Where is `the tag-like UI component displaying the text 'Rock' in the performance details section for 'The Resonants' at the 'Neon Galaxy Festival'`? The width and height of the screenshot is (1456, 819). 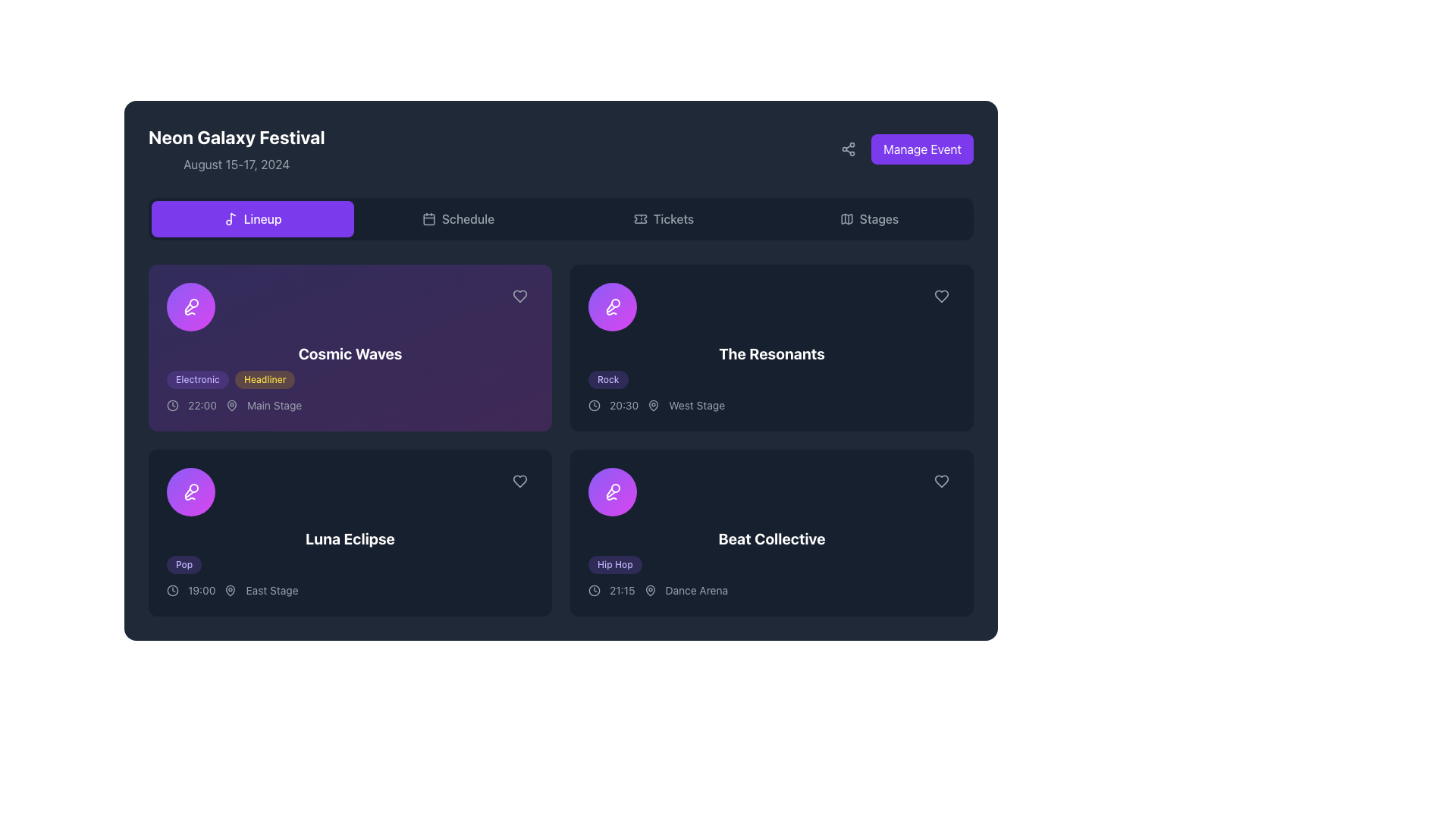
the tag-like UI component displaying the text 'Rock' in the performance details section for 'The Resonants' at the 'Neon Galaxy Festival' is located at coordinates (608, 379).